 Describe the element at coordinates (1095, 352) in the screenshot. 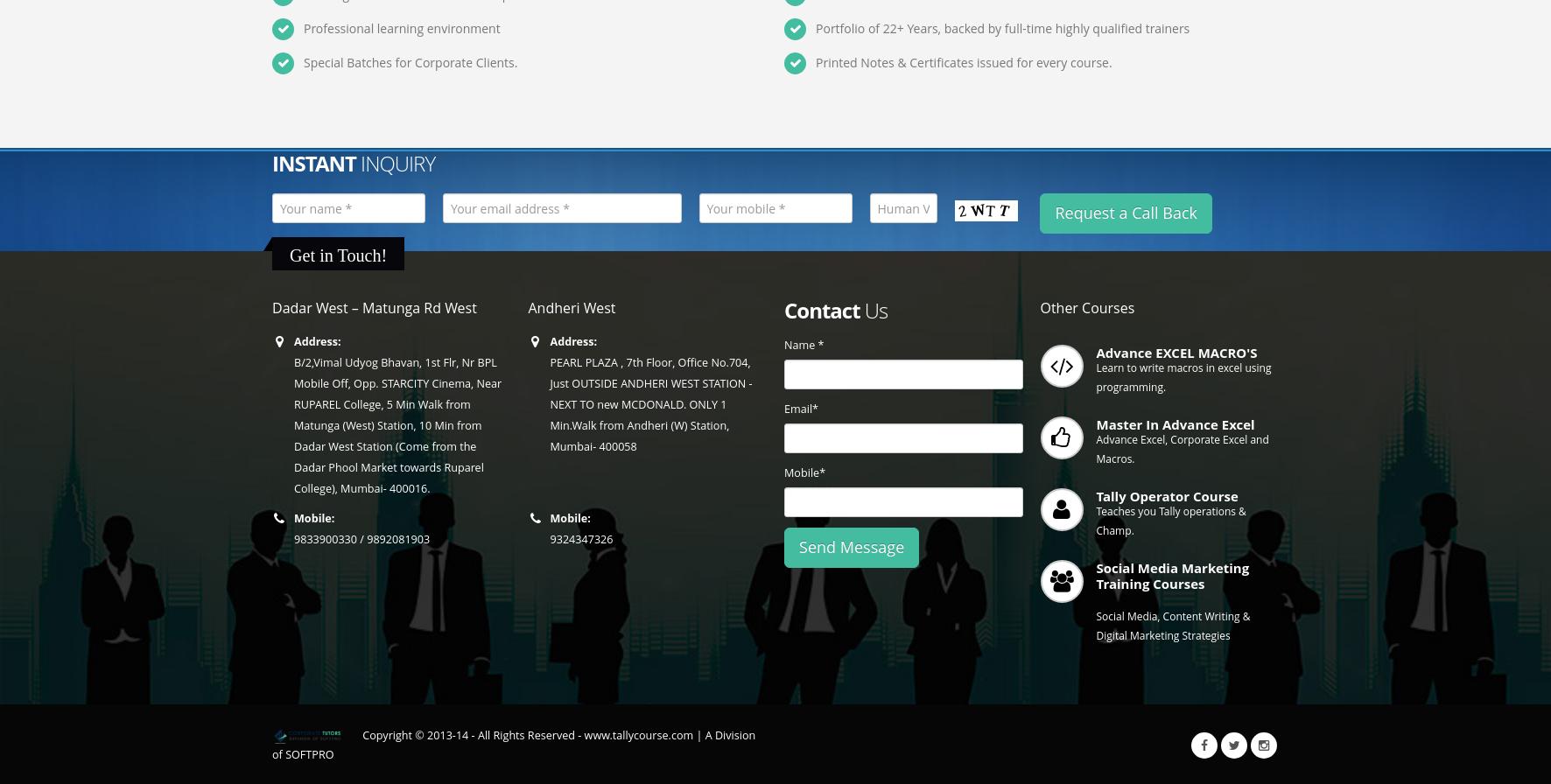

I see `'Advance EXCEL MACRO'S'` at that location.